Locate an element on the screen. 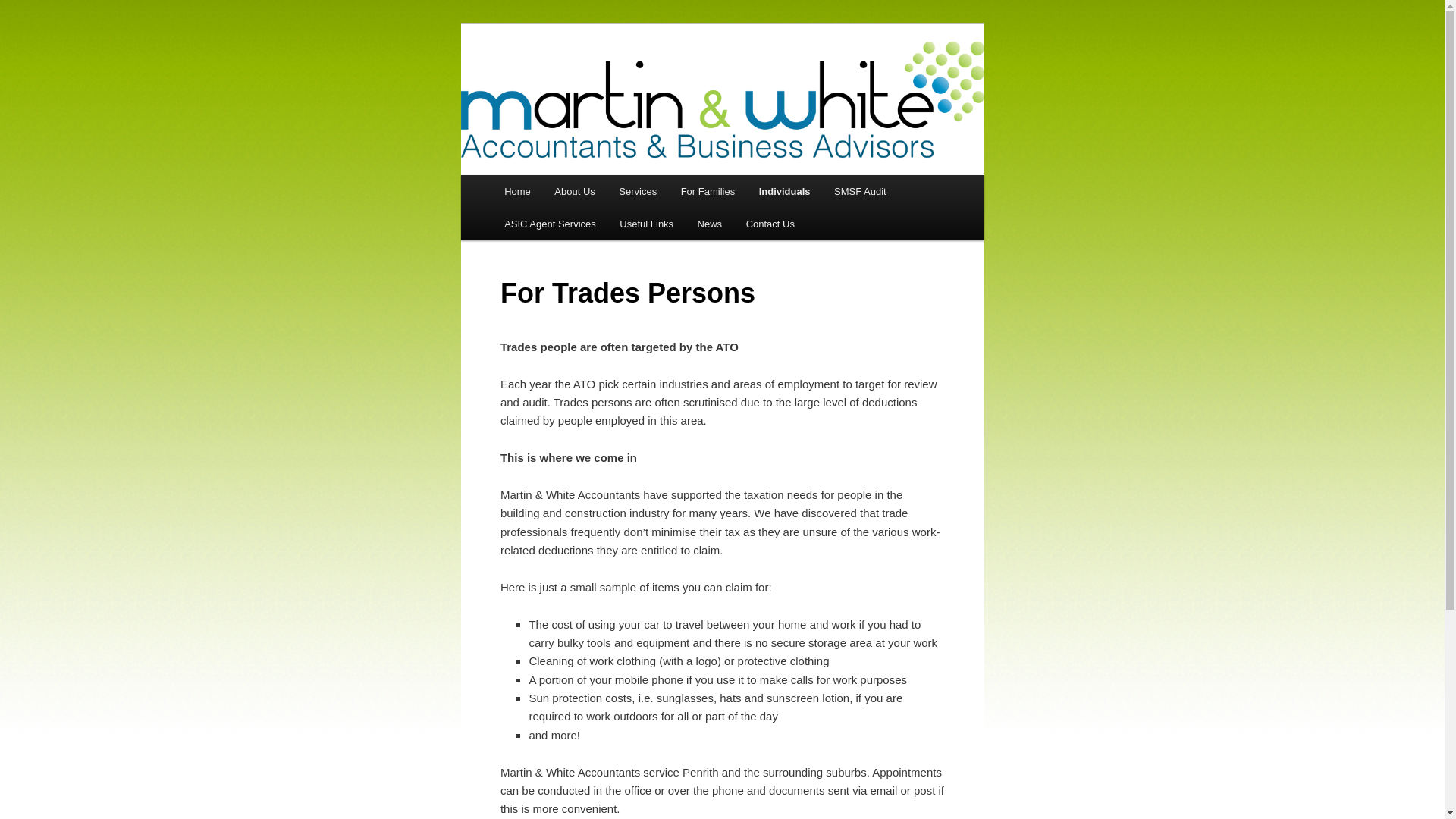 This screenshot has width=1456, height=819. 'Useful Links' is located at coordinates (647, 224).